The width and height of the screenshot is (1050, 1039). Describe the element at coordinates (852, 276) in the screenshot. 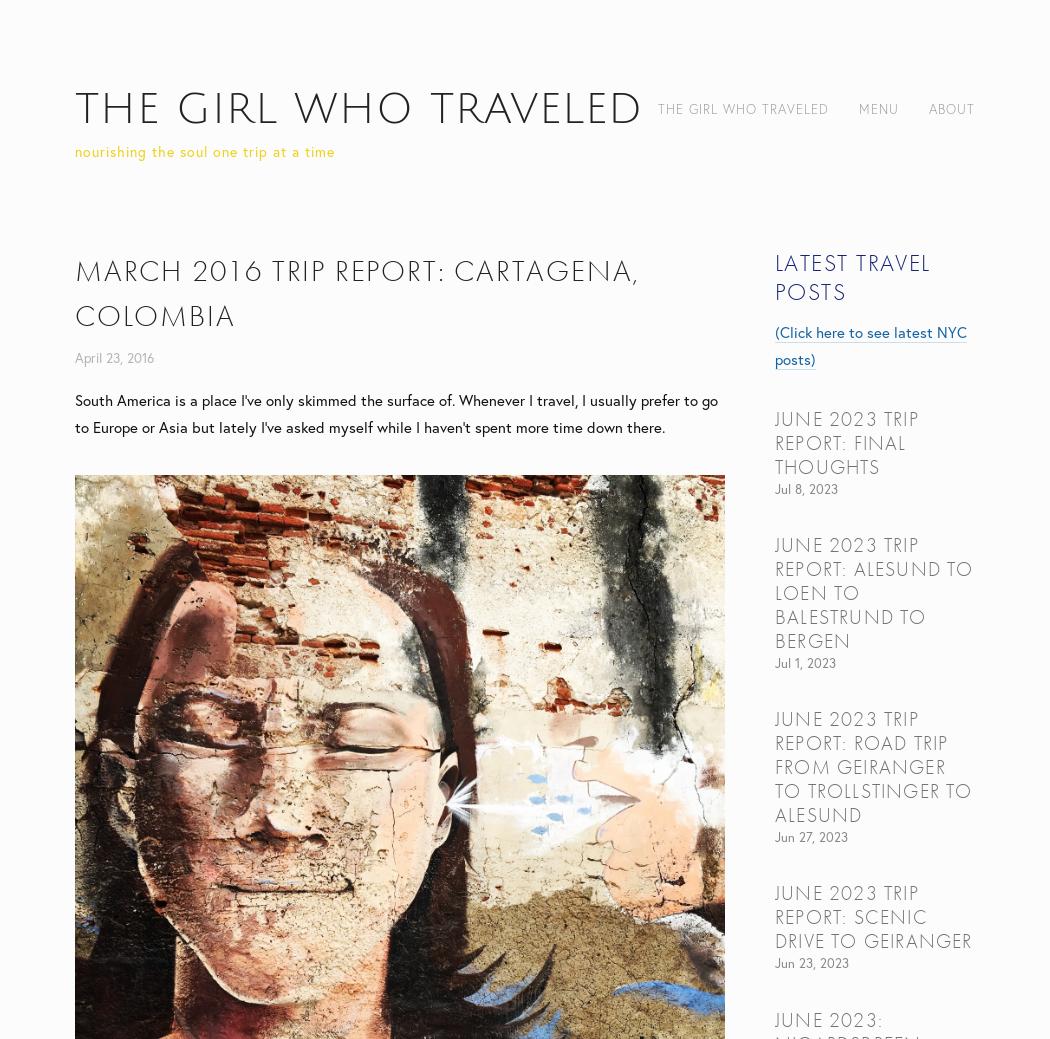

I see `'Latest Travel Posts'` at that location.